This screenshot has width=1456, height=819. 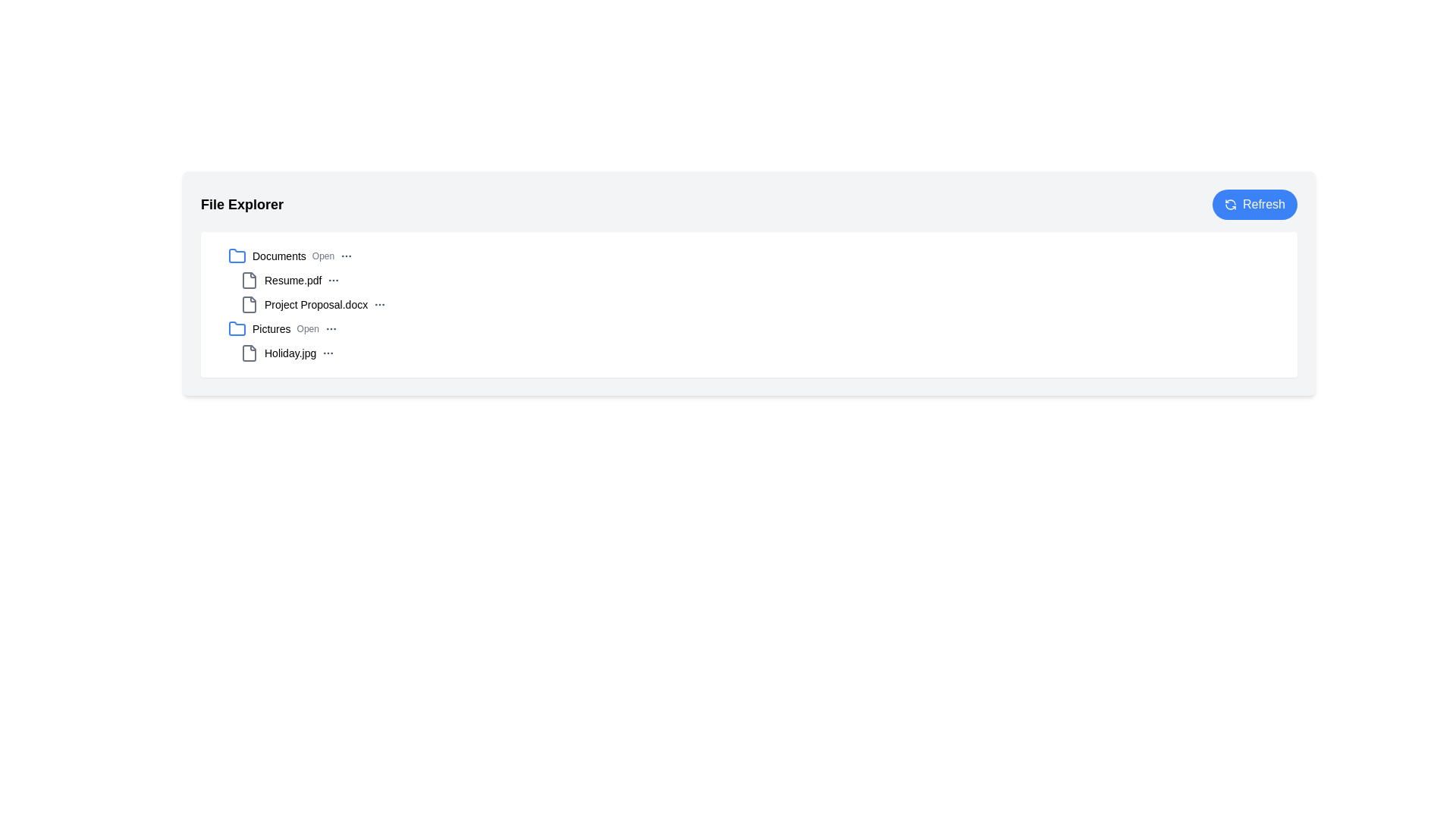 What do you see at coordinates (249, 304) in the screenshot?
I see `the file entry labeled 'Project Proposal.docx' in the File Explorer interface, which is represented by the SVG file icon located to the left of the file name` at bounding box center [249, 304].